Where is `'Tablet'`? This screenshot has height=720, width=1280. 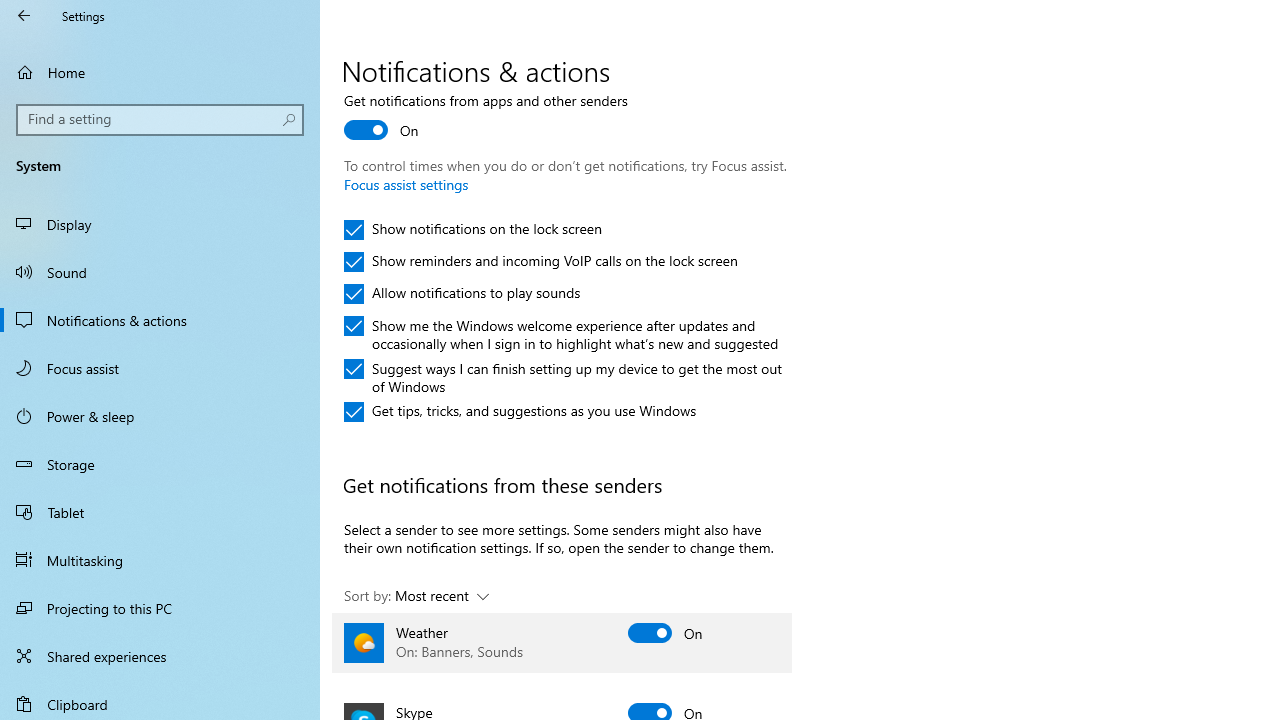
'Tablet' is located at coordinates (160, 510).